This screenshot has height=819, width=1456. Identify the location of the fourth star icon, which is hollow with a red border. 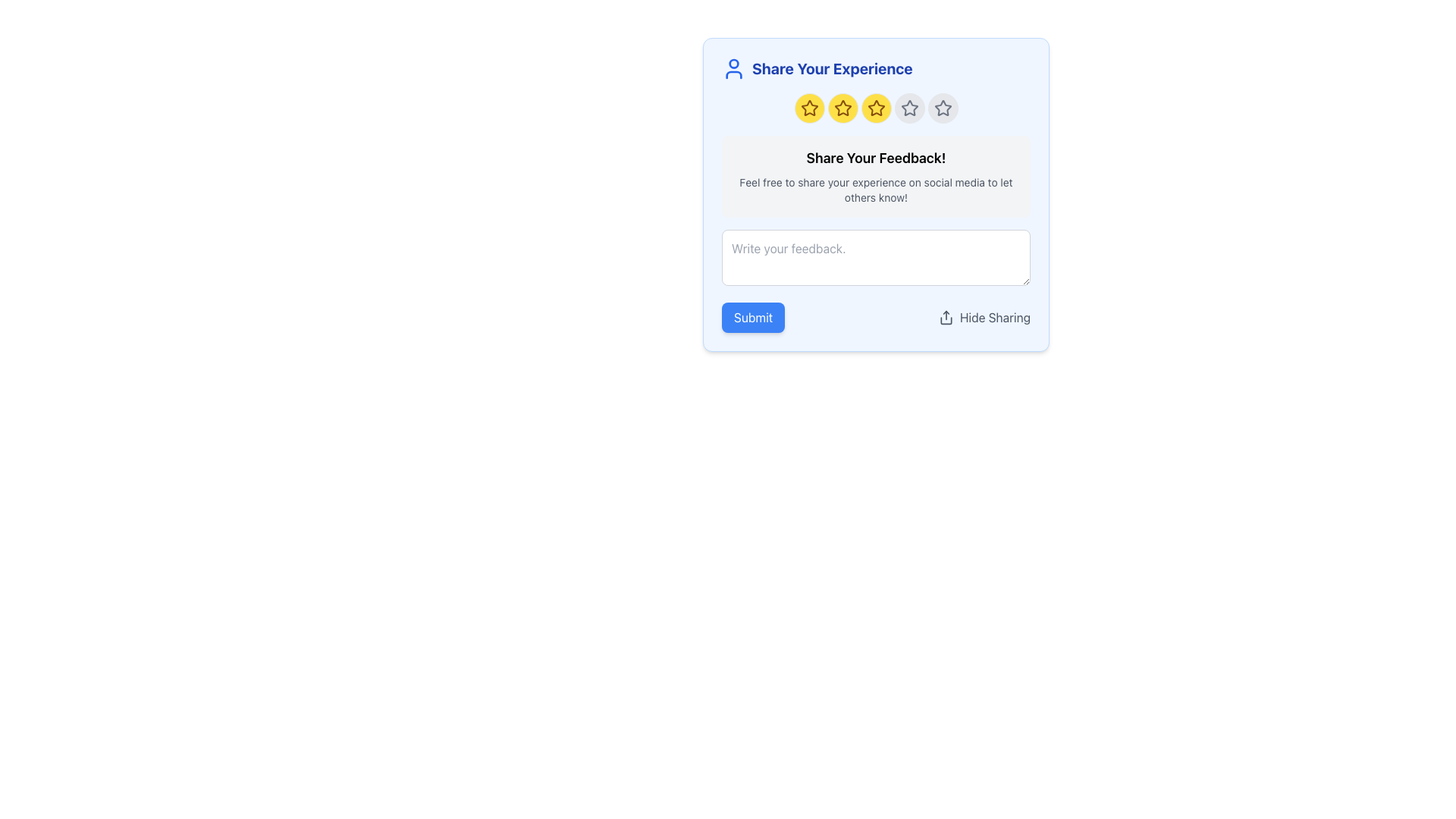
(909, 107).